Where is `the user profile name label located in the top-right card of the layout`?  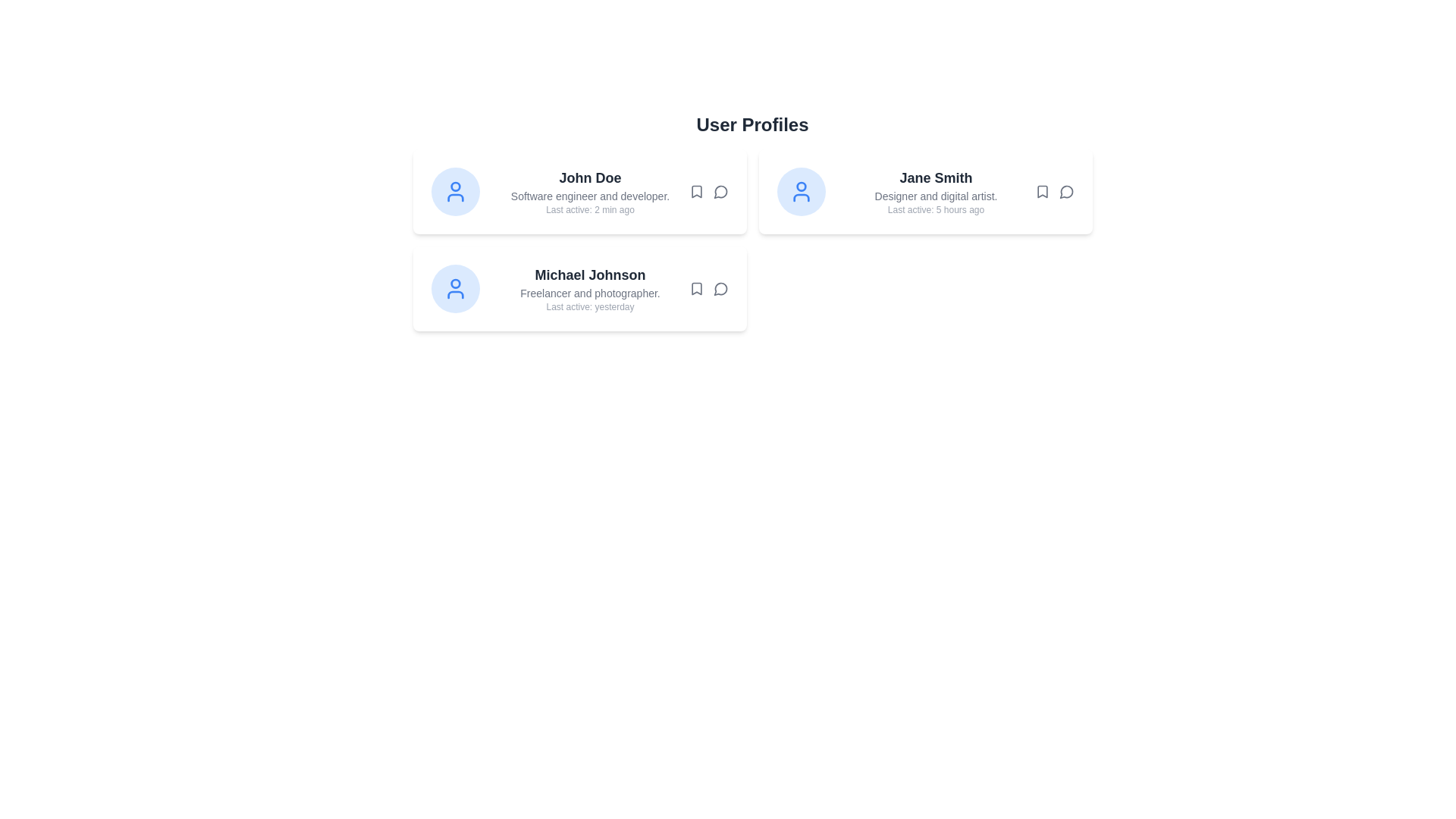
the user profile name label located in the top-right card of the layout is located at coordinates (935, 177).